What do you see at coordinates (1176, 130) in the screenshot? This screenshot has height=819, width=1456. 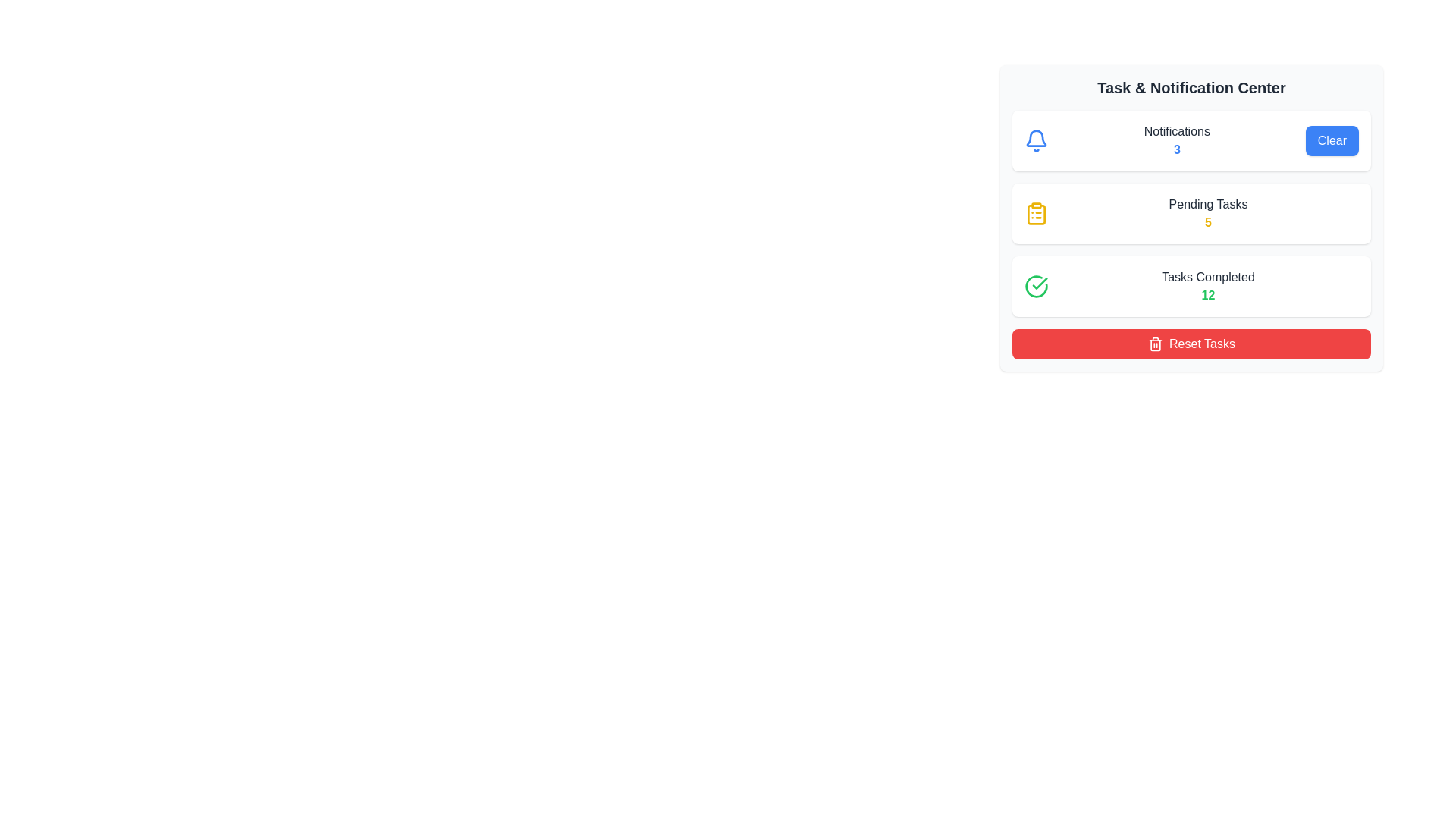 I see `the static text label 'Notifications' which is styled in gray and located at the top of the notification panel, positioned to the right of the notification bell icon` at bounding box center [1176, 130].